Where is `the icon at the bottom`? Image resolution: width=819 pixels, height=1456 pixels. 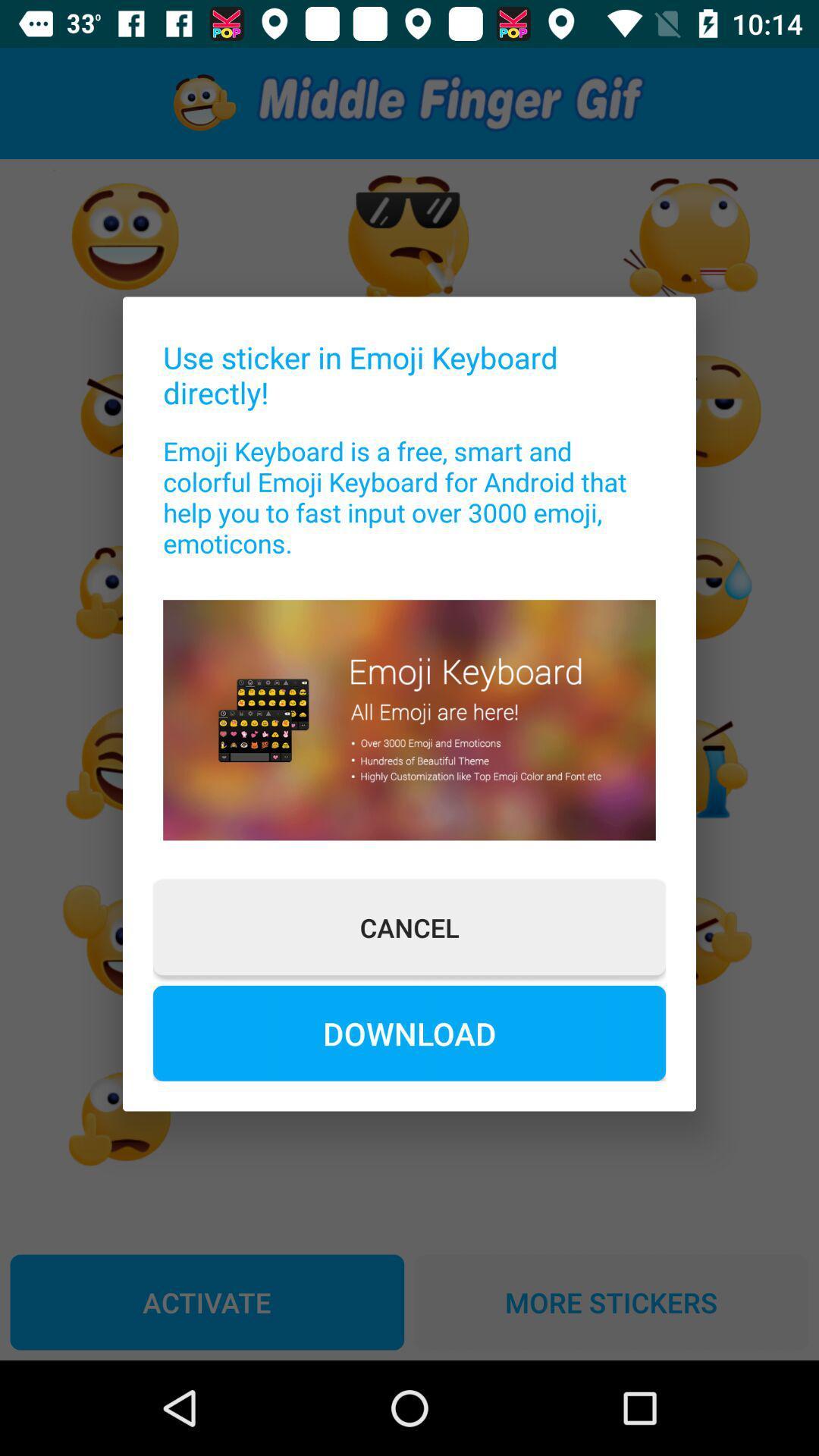
the icon at the bottom is located at coordinates (409, 1032).